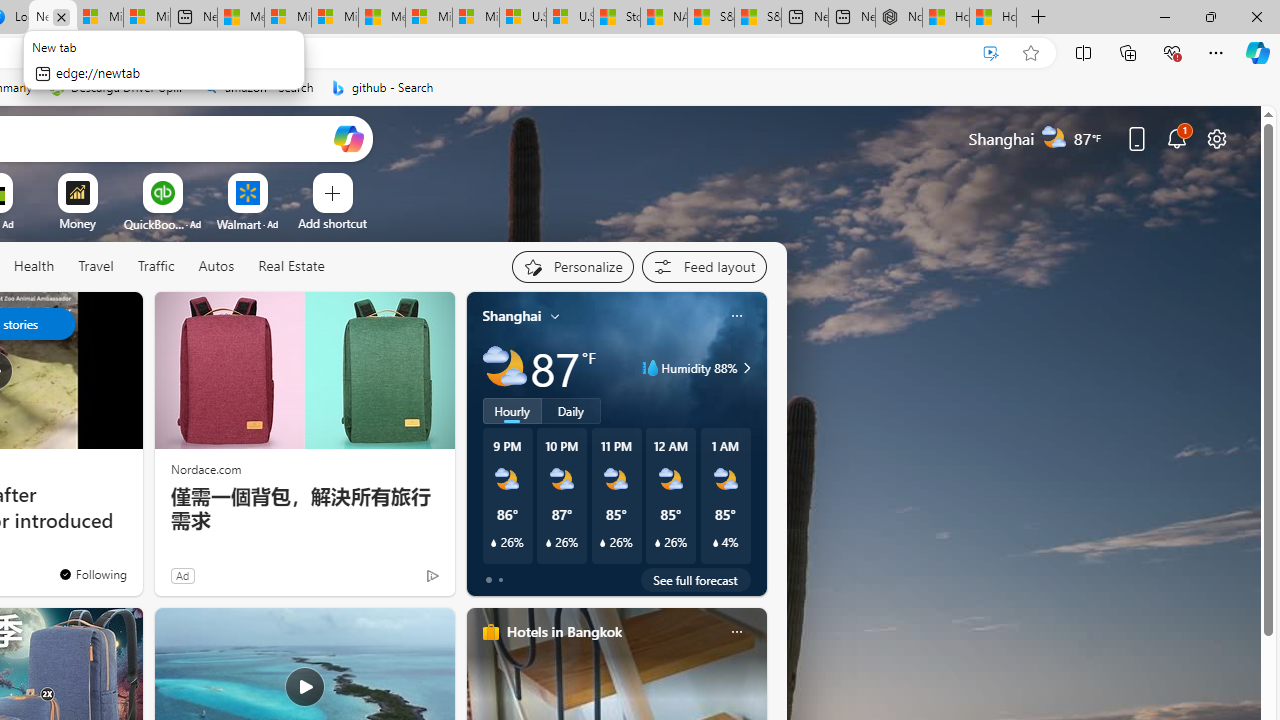  Describe the element at coordinates (756, 17) in the screenshot. I see `'S&P 500, Nasdaq end lower, weighed by Nvidia dip | Watch'` at that location.